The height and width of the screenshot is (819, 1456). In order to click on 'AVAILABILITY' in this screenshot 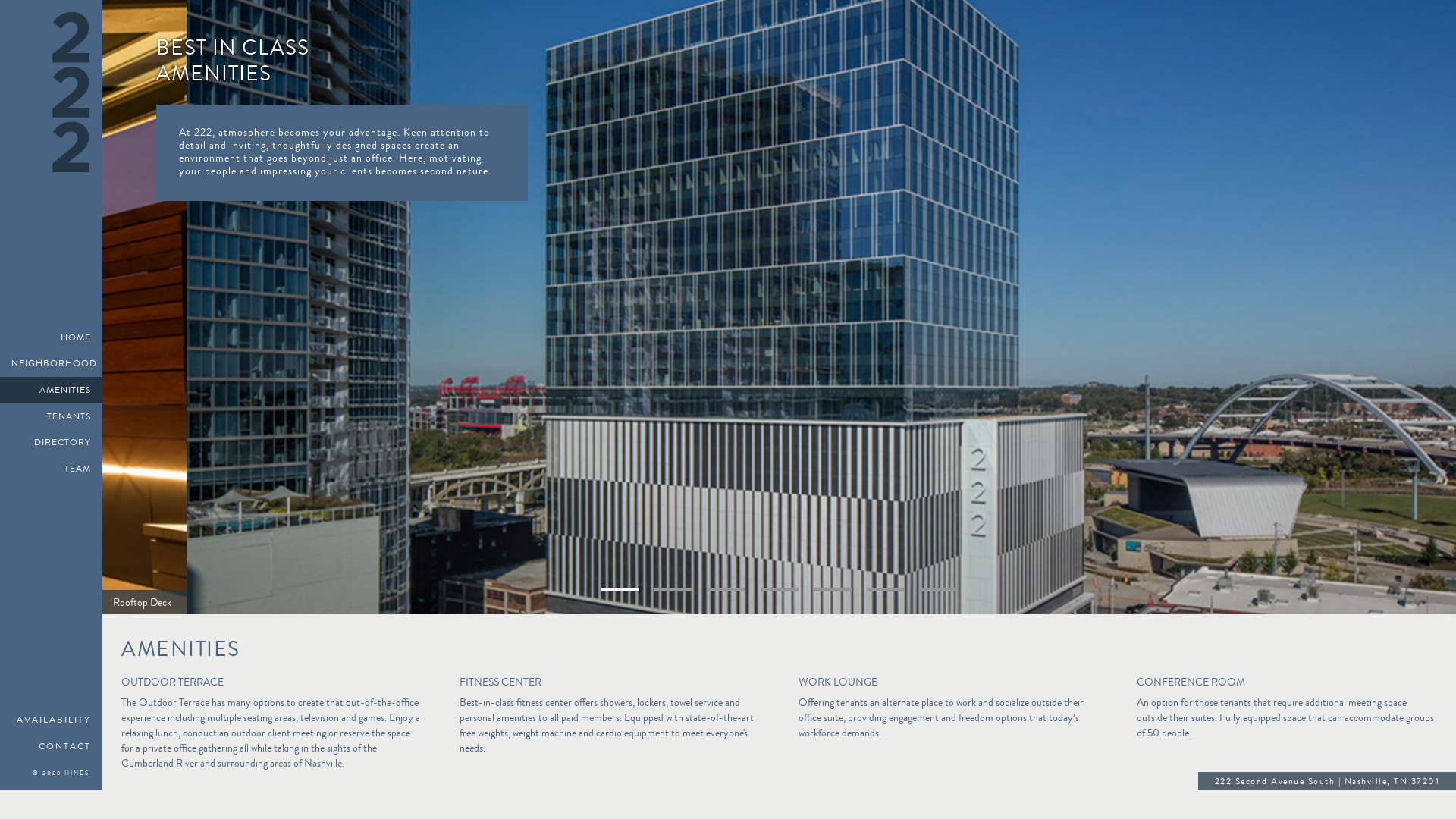, I will do `click(51, 719)`.